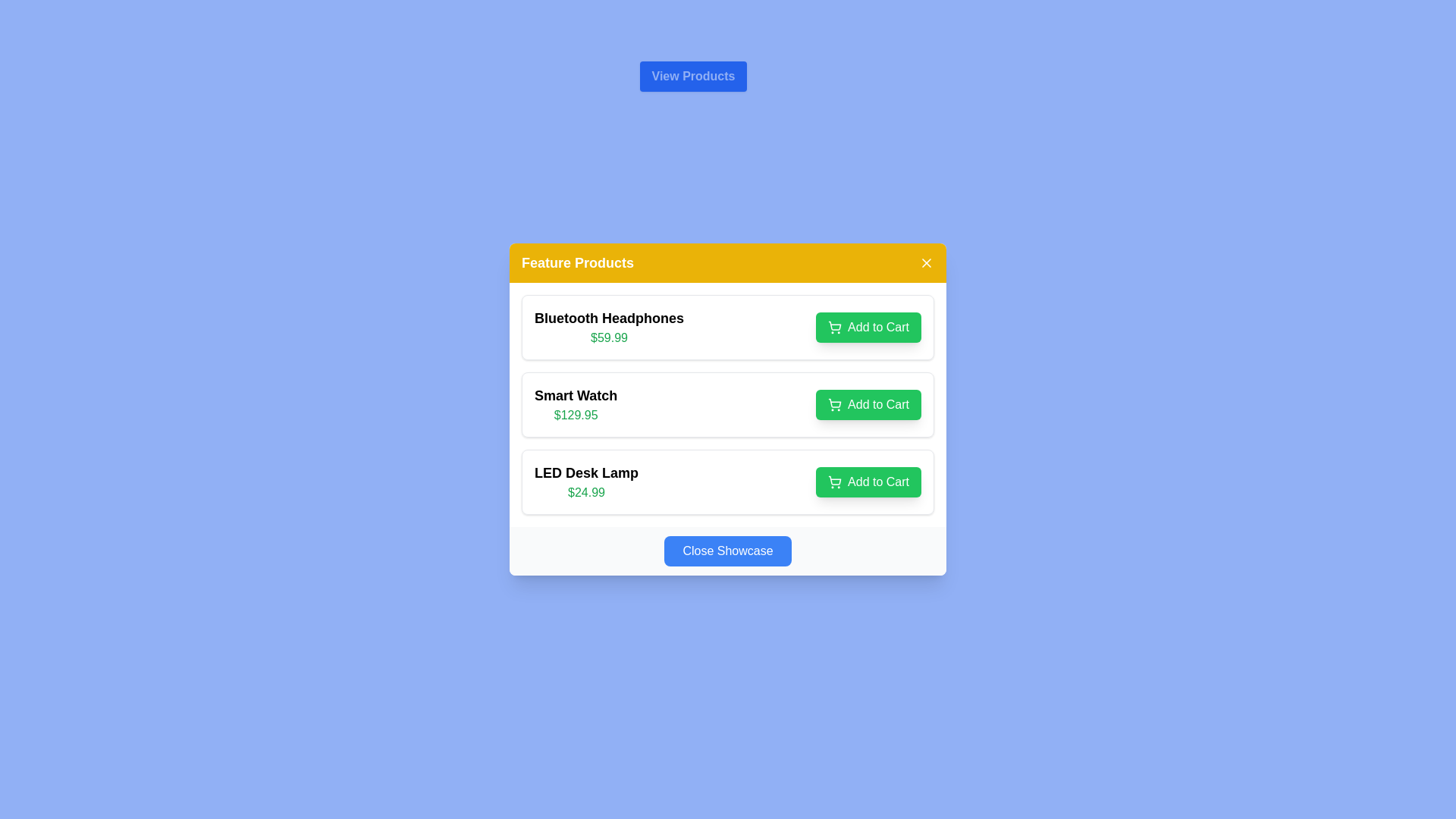 This screenshot has height=819, width=1456. What do you see at coordinates (926, 262) in the screenshot?
I see `the close icon represented by an 'X' shape located at the top-right corner of the yellow header labeled 'Feature Products'` at bounding box center [926, 262].